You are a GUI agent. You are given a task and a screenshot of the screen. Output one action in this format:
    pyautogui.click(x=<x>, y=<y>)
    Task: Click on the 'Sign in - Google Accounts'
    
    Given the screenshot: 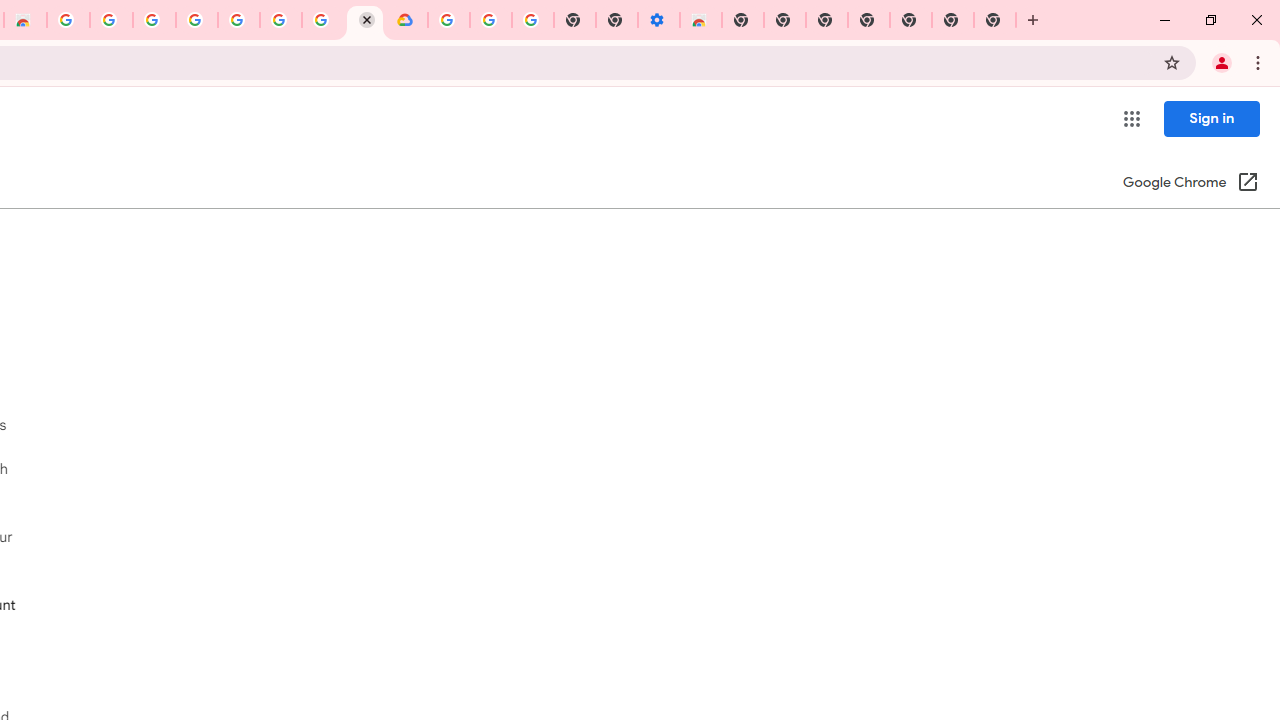 What is the action you would take?
    pyautogui.click(x=196, y=20)
    